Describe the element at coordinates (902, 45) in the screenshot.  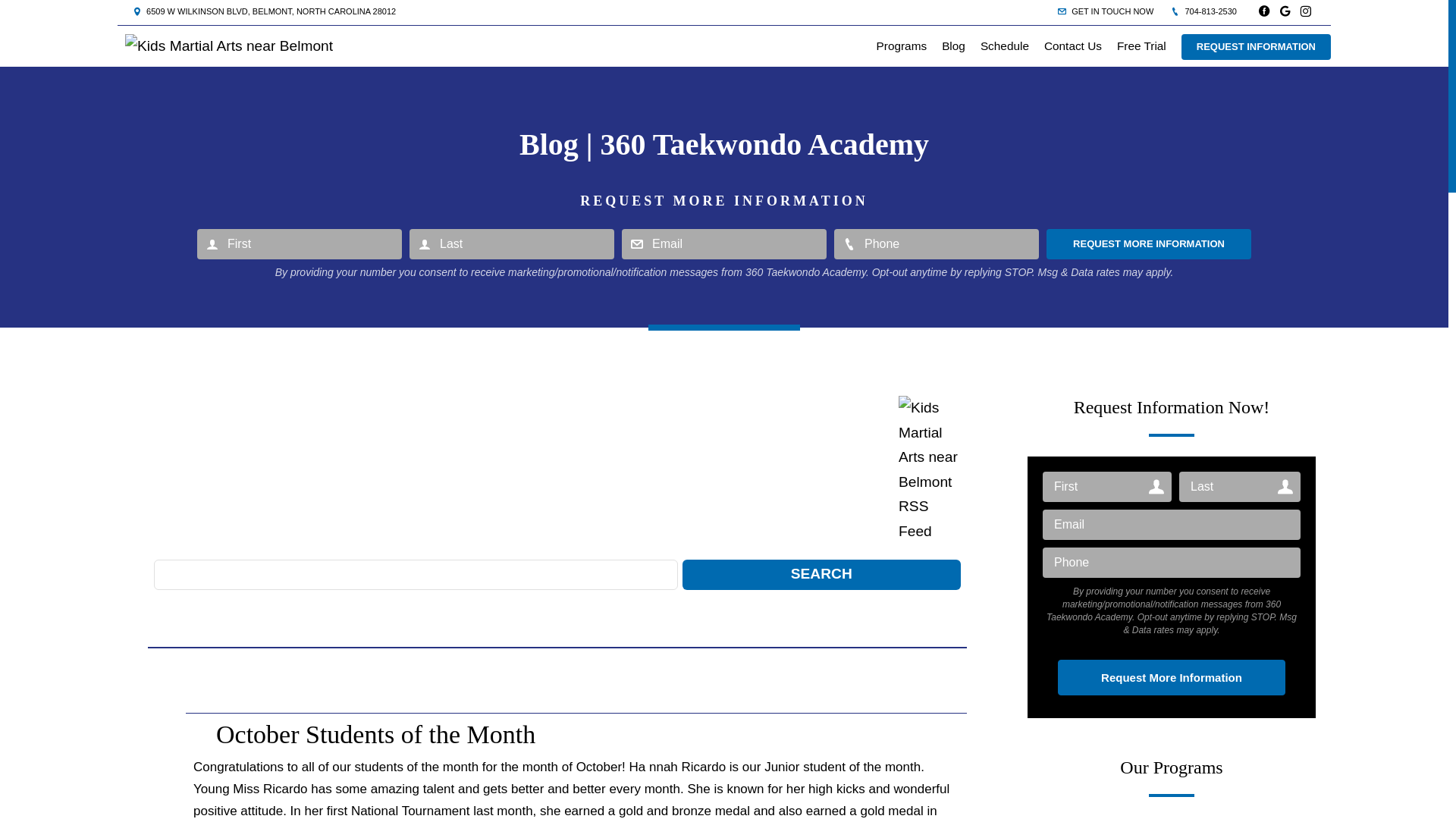
I see `'Programs'` at that location.